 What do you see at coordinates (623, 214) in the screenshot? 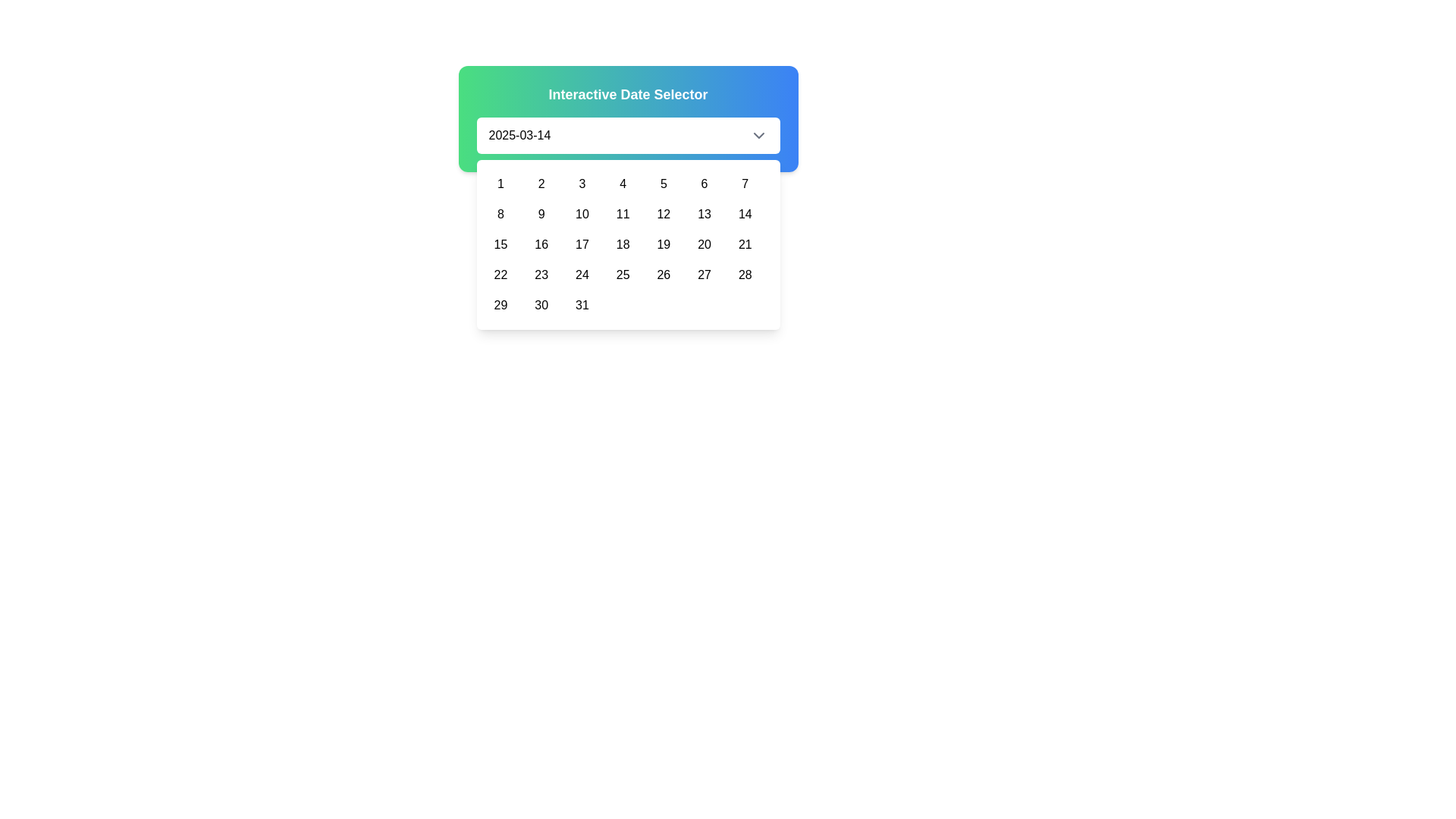
I see `the button` at bounding box center [623, 214].